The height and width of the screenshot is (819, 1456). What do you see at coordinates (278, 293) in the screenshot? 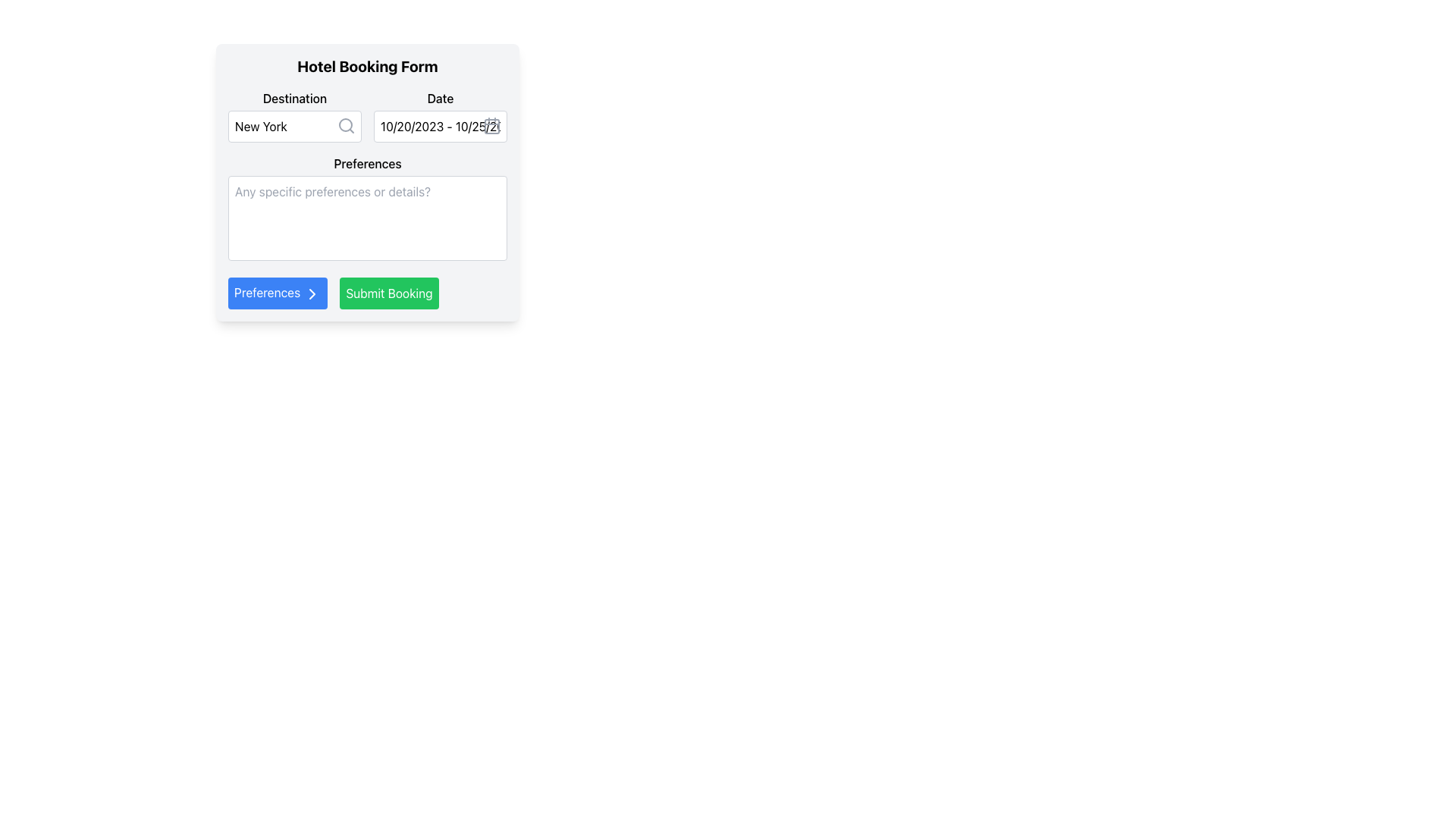
I see `the preferences button located at the bottom-left corner of the main card layout` at bounding box center [278, 293].